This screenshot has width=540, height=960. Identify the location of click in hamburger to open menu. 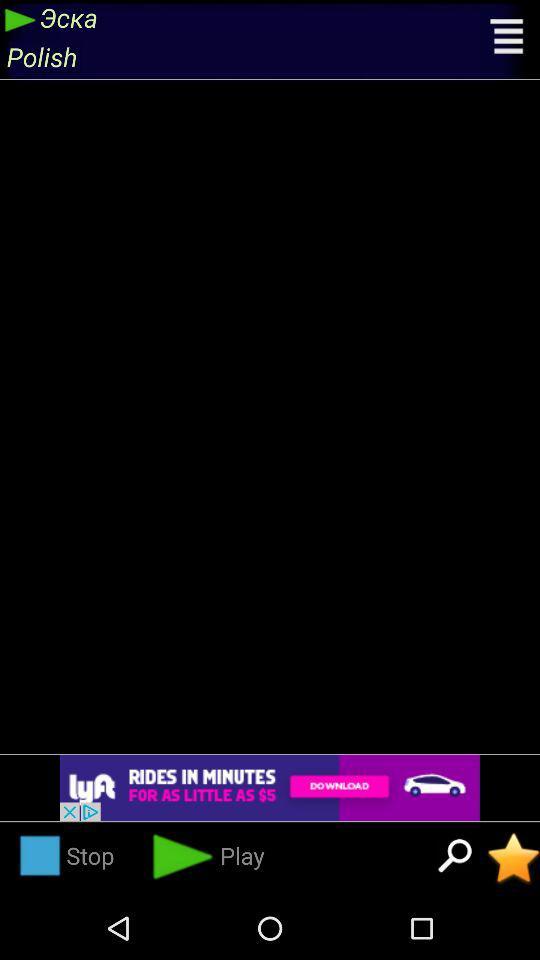
(508, 38).